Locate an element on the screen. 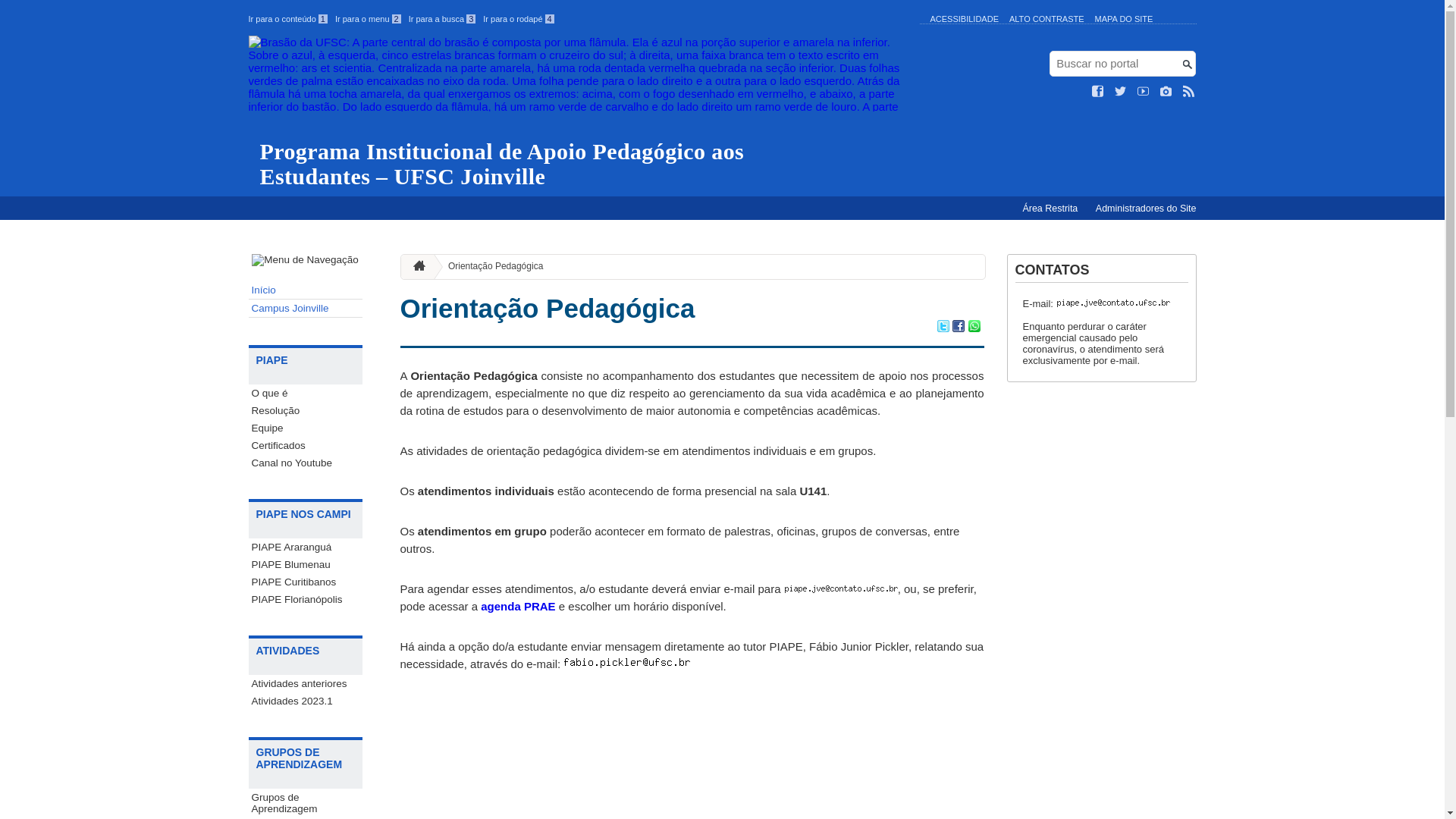  'Canal no Youtube' is located at coordinates (305, 462).